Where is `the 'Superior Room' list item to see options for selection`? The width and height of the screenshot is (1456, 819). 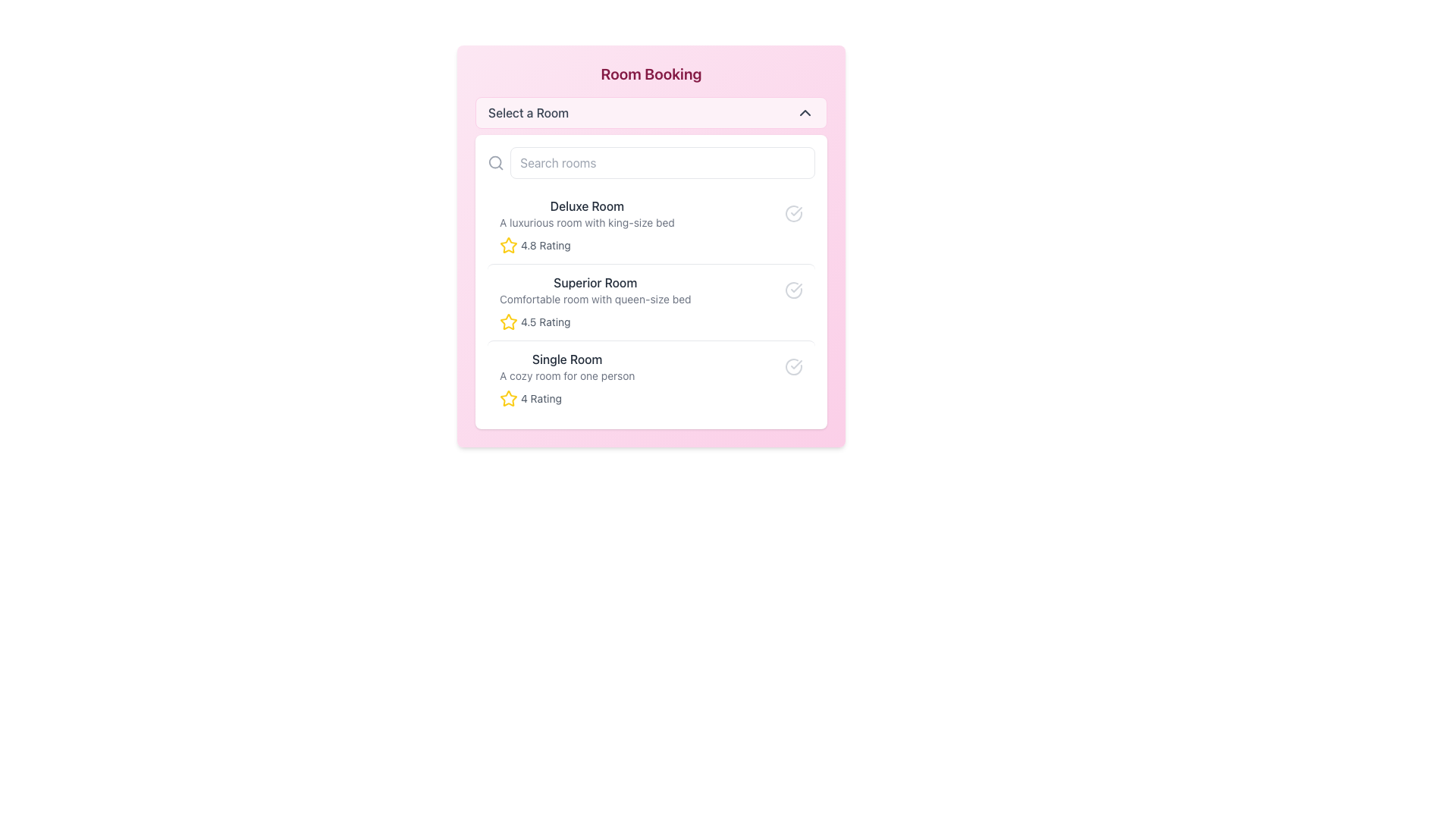 the 'Superior Room' list item to see options for selection is located at coordinates (651, 290).